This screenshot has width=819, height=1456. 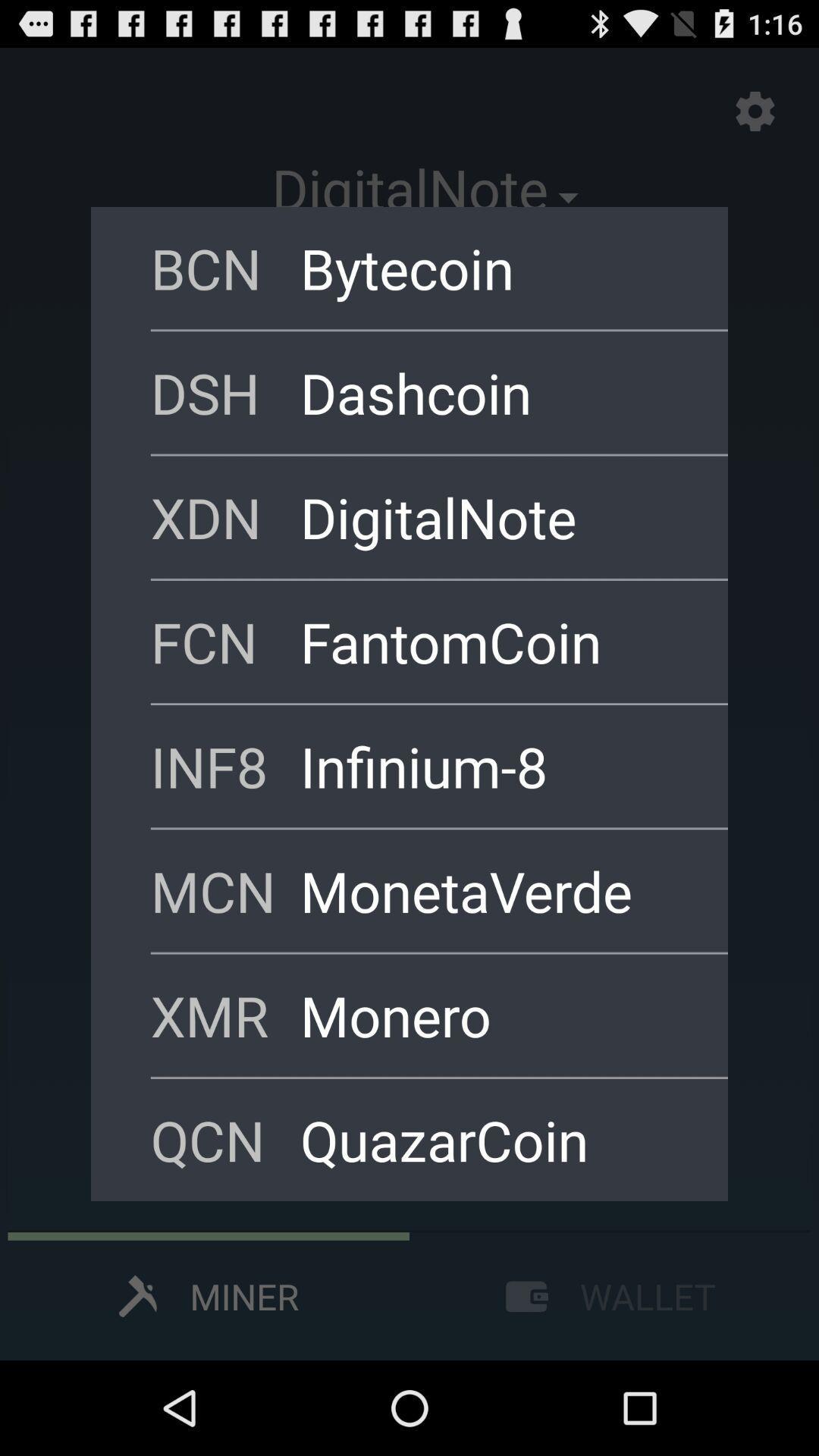 I want to click on the item above mcn icon, so click(x=494, y=766).